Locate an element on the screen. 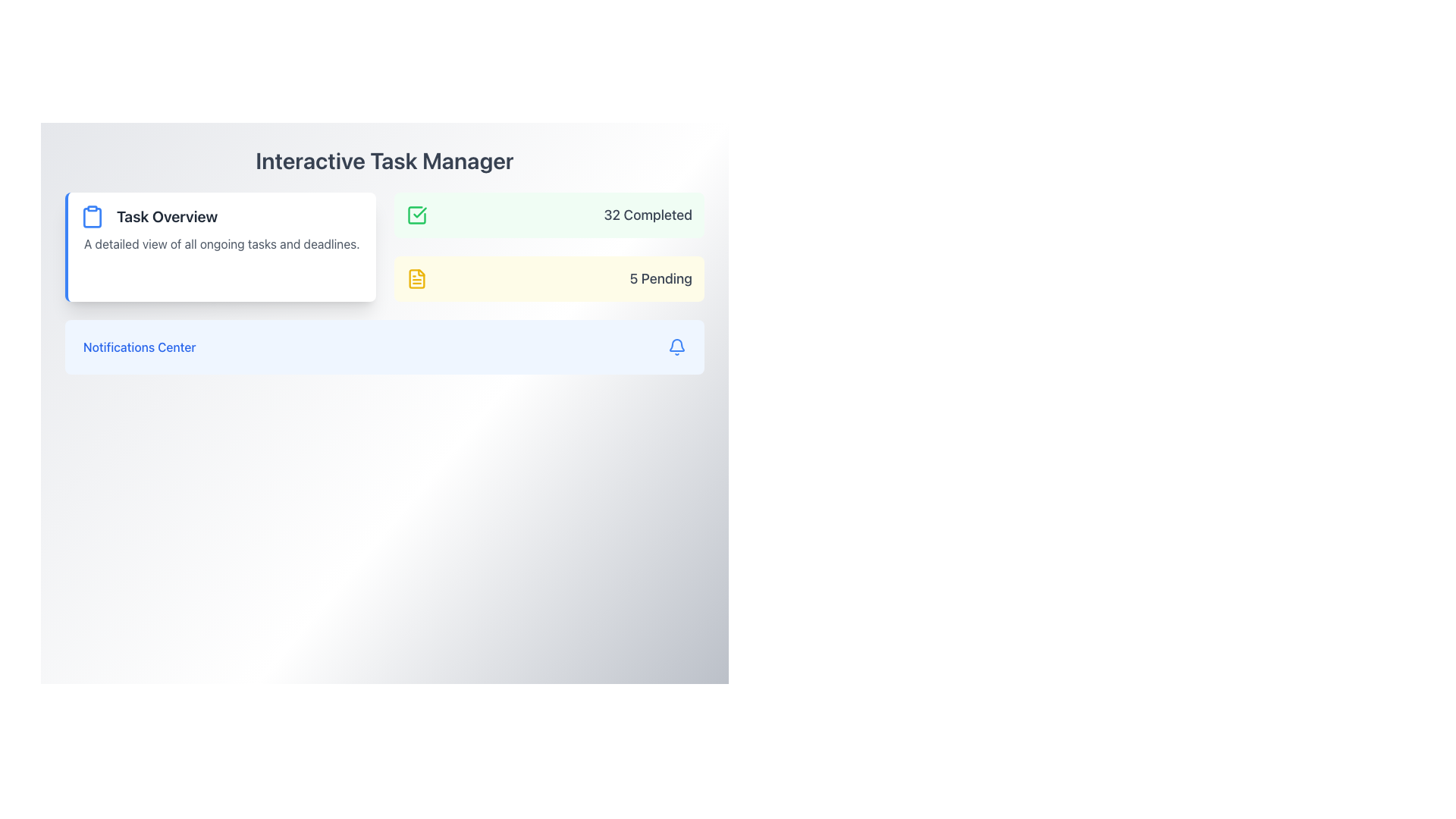 The width and height of the screenshot is (1456, 819). the Status summary card located in the second row below the '32 Completed' card is located at coordinates (548, 278).